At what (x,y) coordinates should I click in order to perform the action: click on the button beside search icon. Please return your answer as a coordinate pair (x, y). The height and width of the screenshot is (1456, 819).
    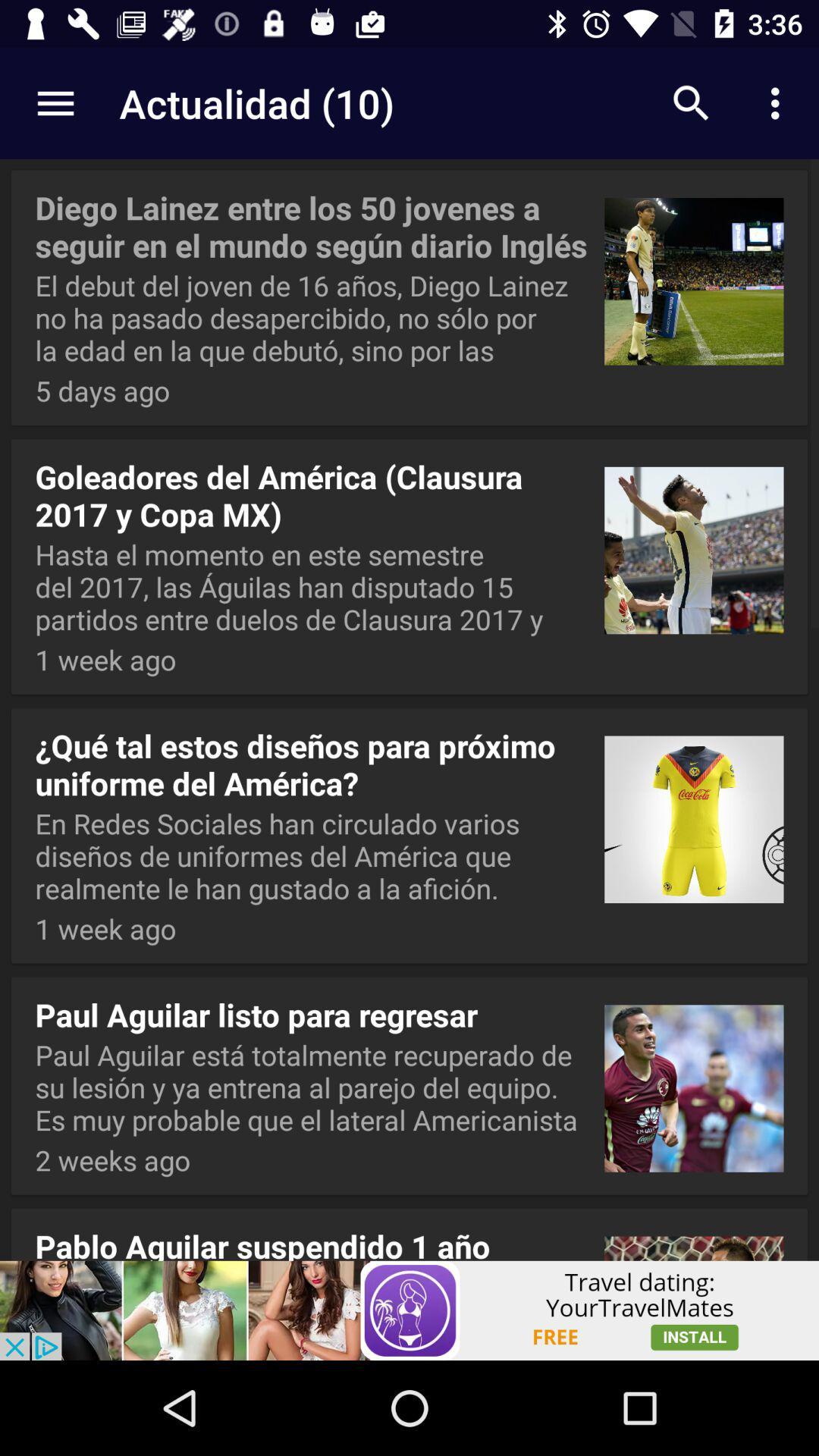
    Looking at the image, I should click on (779, 103).